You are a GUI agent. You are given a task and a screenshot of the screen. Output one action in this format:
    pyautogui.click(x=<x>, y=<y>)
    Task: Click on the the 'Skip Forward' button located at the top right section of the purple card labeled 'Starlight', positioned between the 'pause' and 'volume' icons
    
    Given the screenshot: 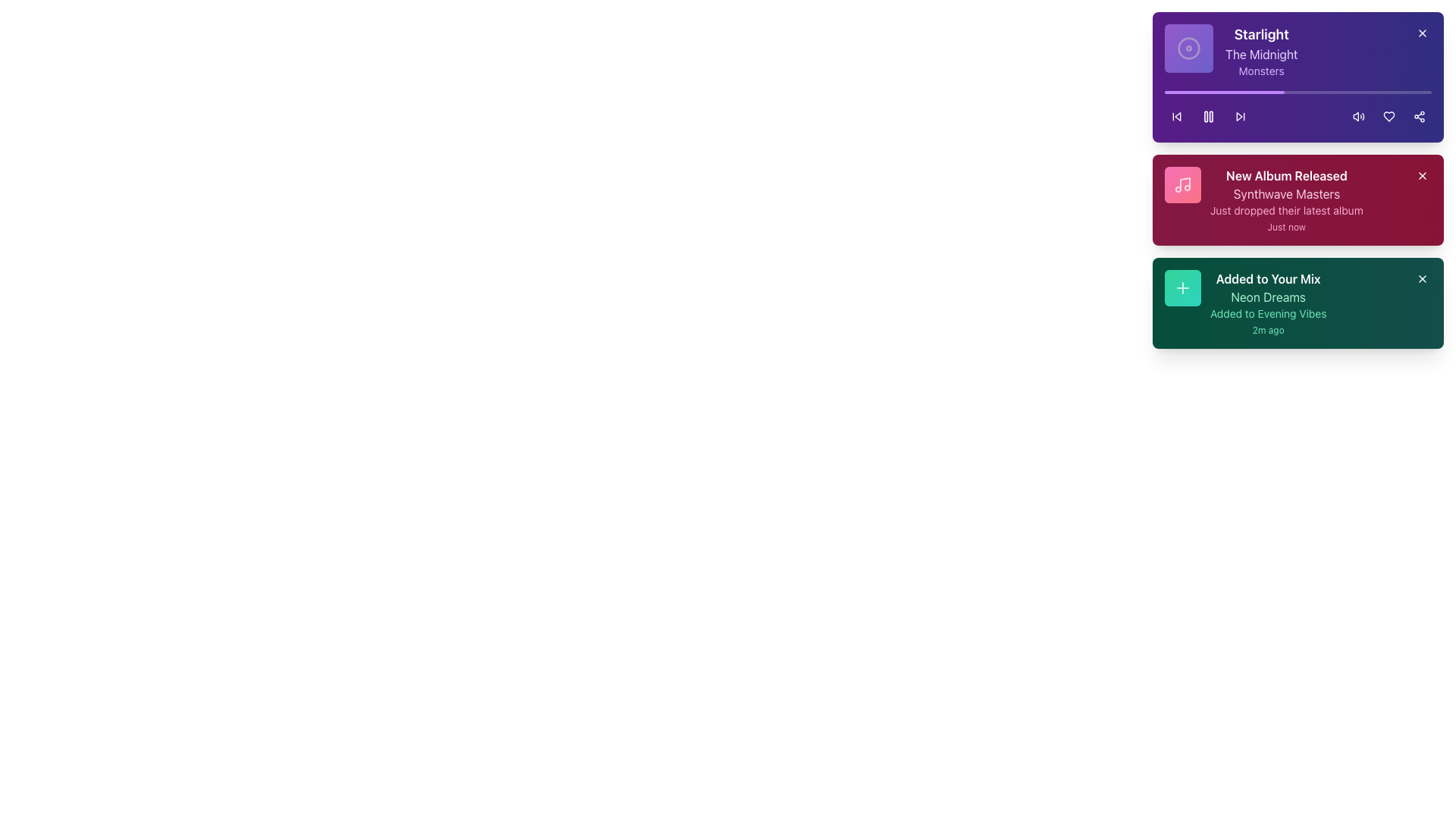 What is the action you would take?
    pyautogui.click(x=1241, y=116)
    